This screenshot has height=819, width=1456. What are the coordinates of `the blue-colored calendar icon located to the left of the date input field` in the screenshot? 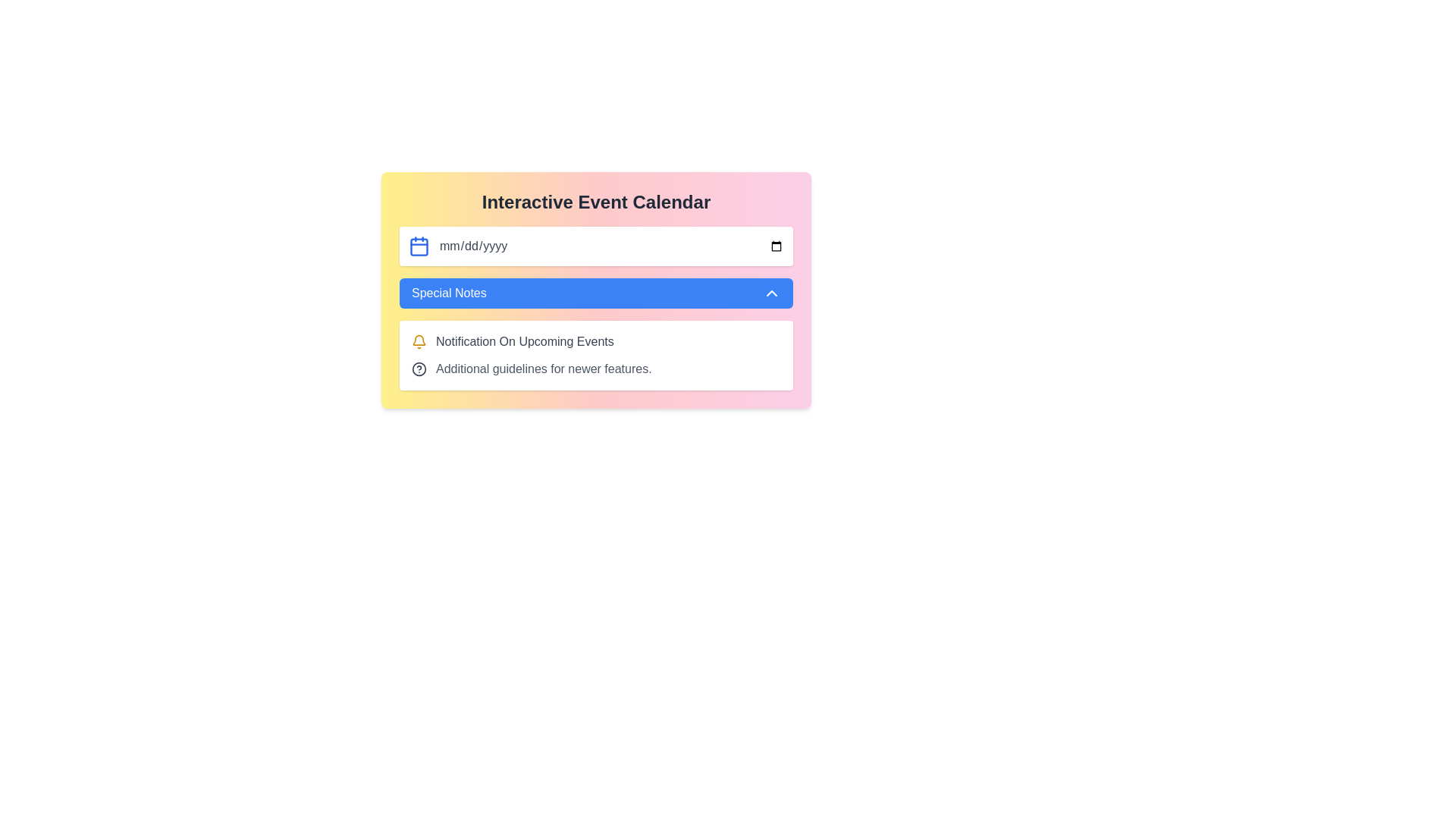 It's located at (419, 245).